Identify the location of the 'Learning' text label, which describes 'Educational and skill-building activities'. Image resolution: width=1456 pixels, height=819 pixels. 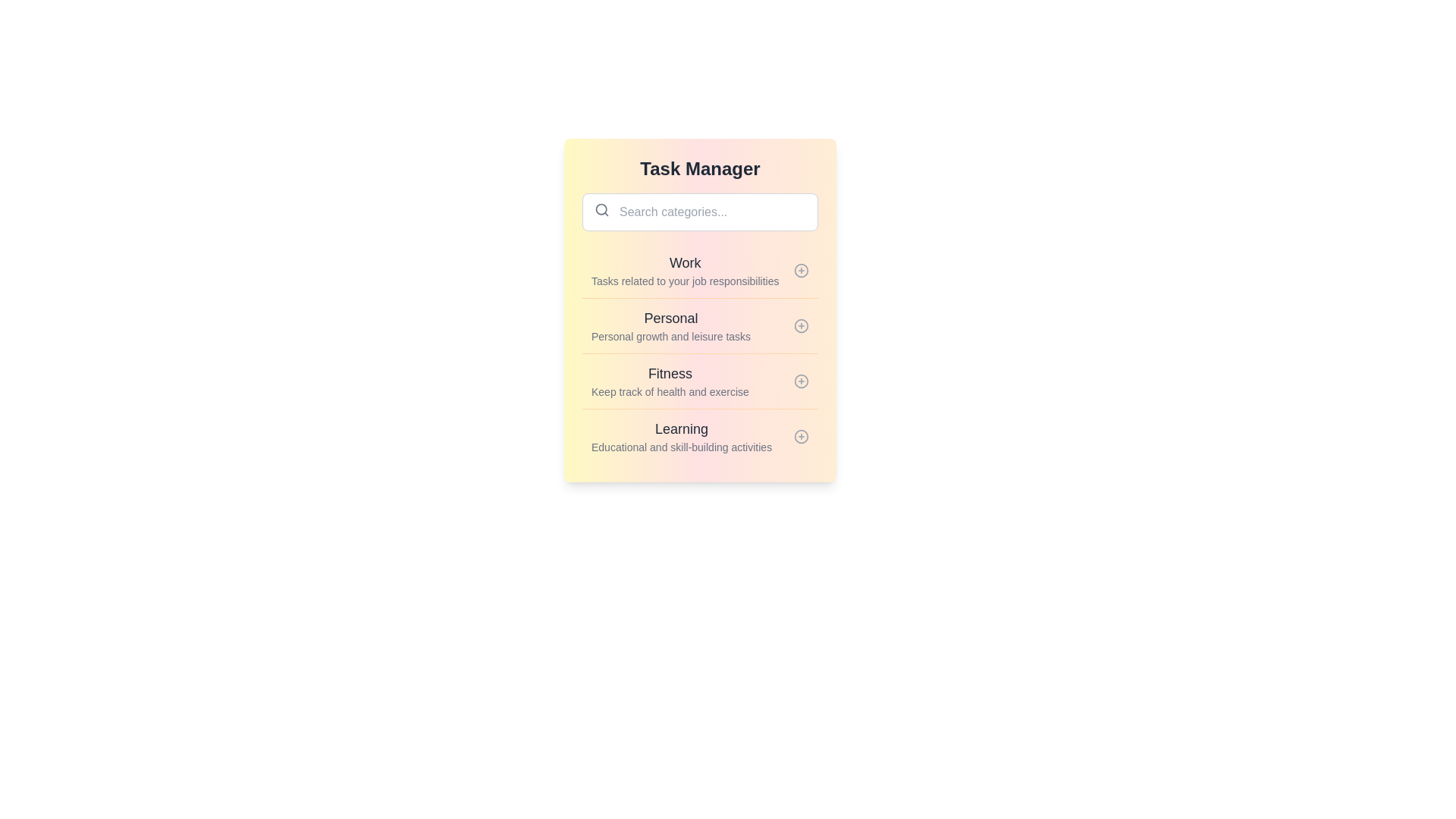
(681, 436).